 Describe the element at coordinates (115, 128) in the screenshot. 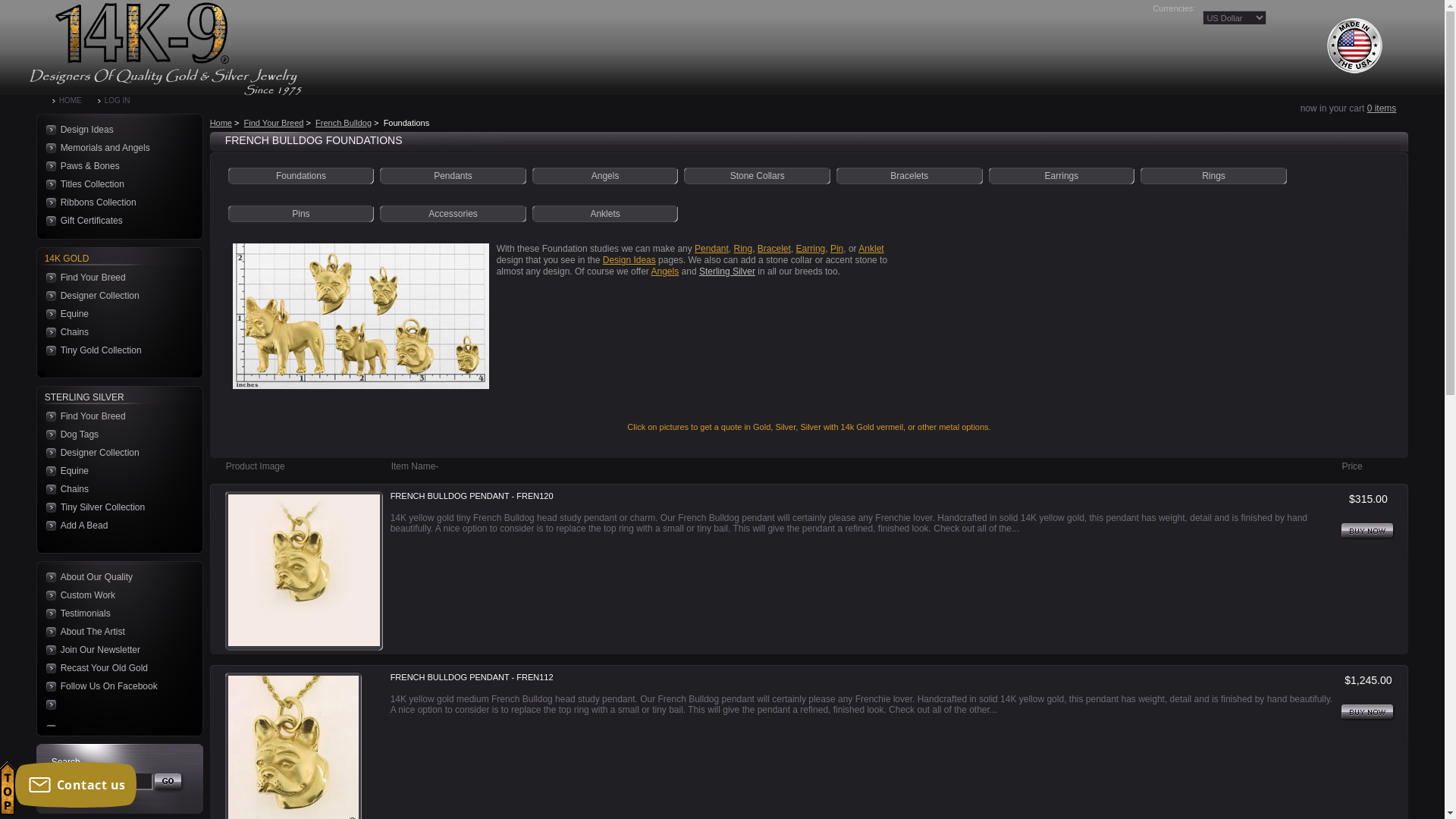

I see `'Design Ideas'` at that location.